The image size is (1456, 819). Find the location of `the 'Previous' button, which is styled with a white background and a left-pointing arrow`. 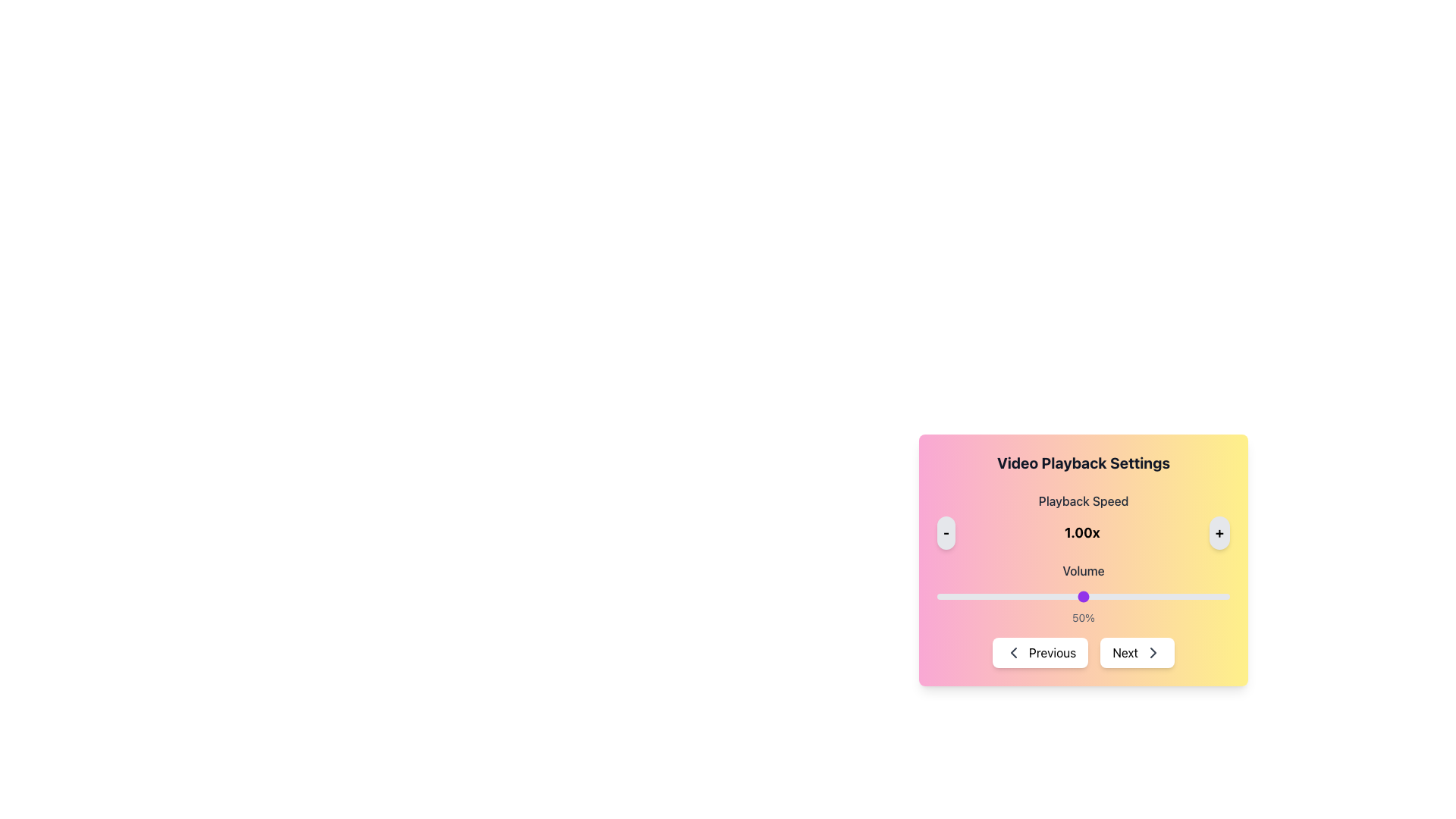

the 'Previous' button, which is styled with a white background and a left-pointing arrow is located at coordinates (1040, 651).